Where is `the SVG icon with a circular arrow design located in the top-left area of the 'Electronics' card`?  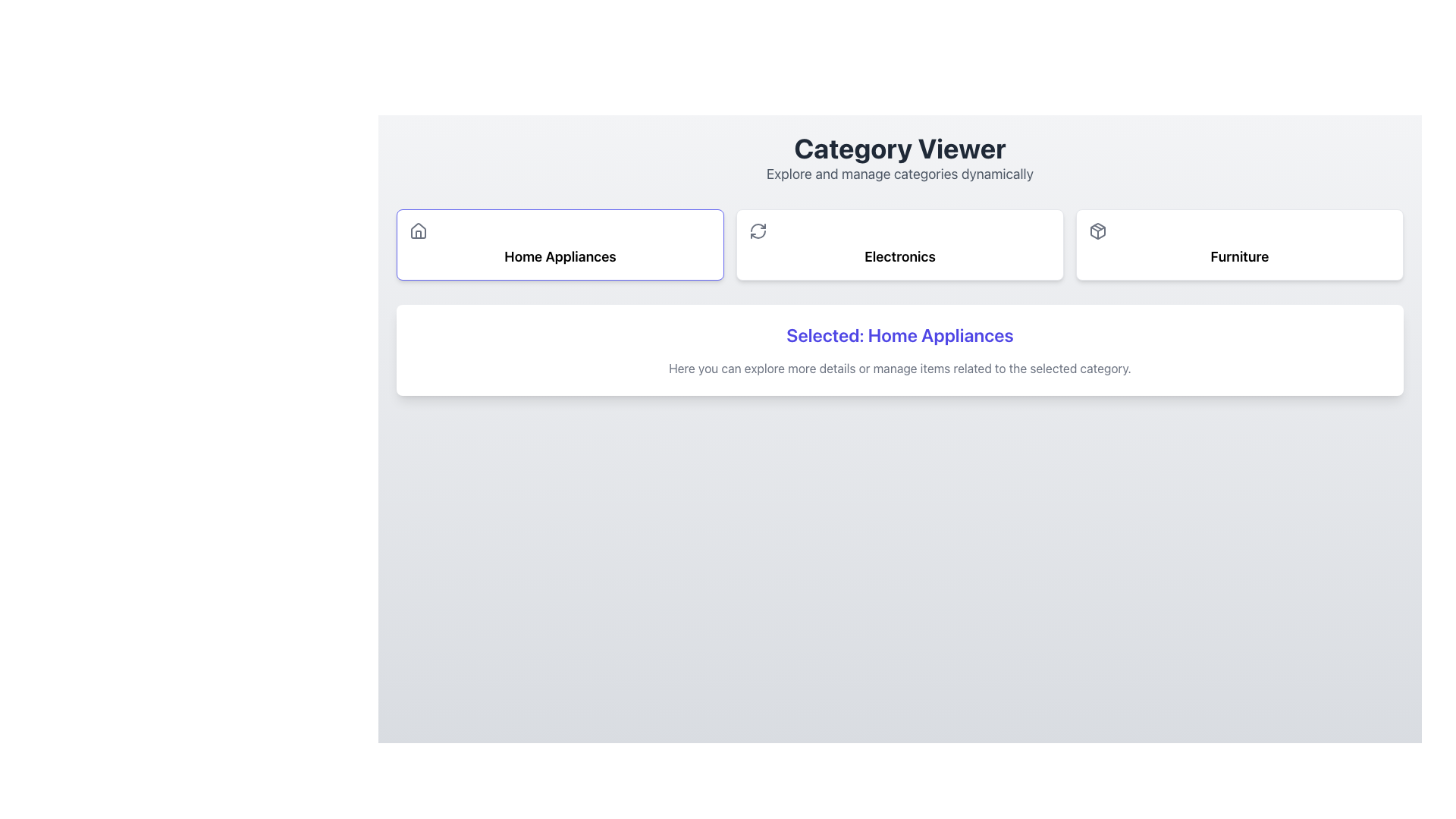
the SVG icon with a circular arrow design located in the top-left area of the 'Electronics' card is located at coordinates (758, 231).